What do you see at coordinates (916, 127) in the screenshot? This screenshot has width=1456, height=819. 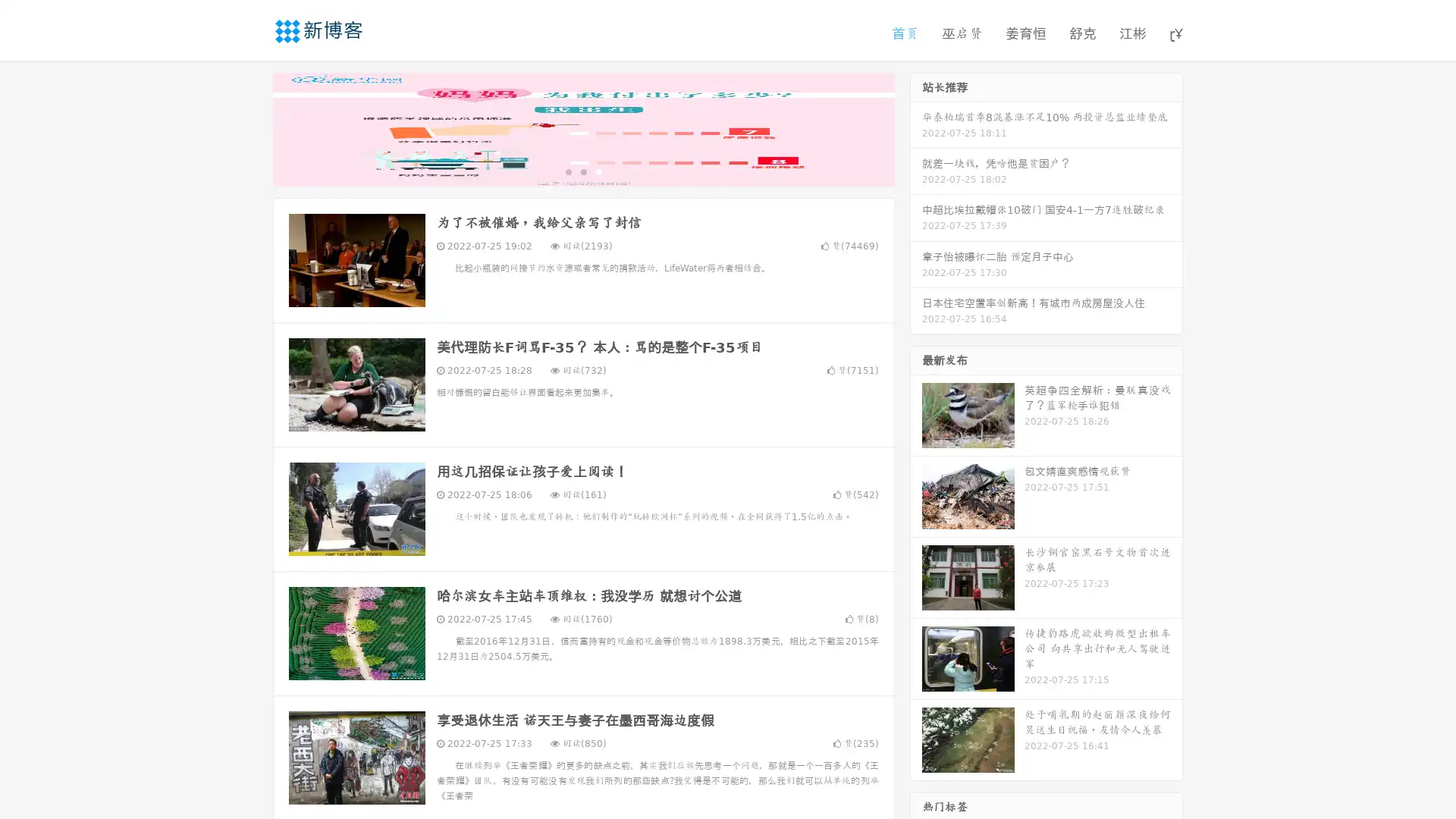 I see `Next slide` at bounding box center [916, 127].